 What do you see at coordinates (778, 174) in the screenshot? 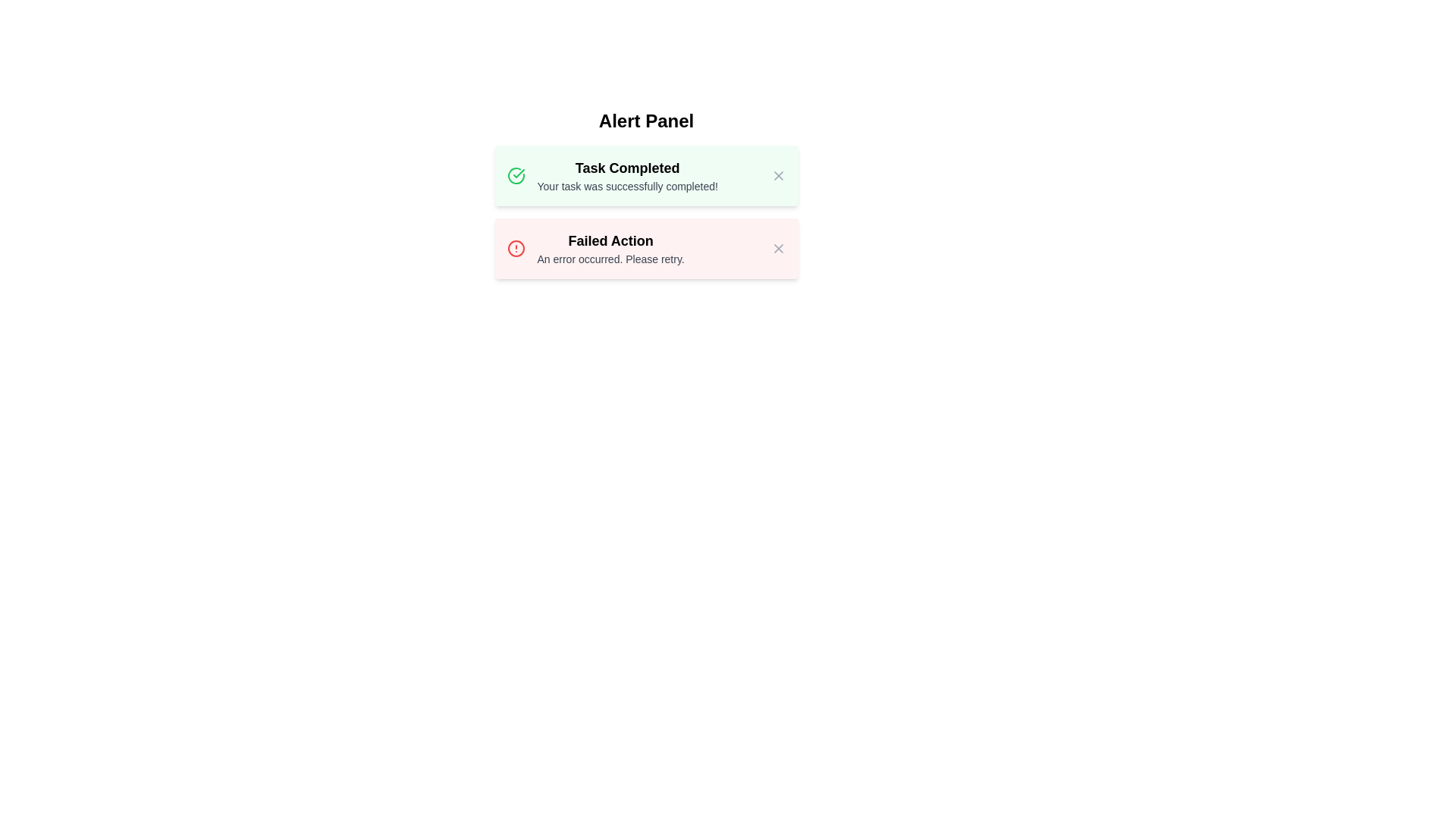
I see `the close button located at the top right corner of the 'Task Completed' notification box, which has a gray color that darkens on hover` at bounding box center [778, 174].